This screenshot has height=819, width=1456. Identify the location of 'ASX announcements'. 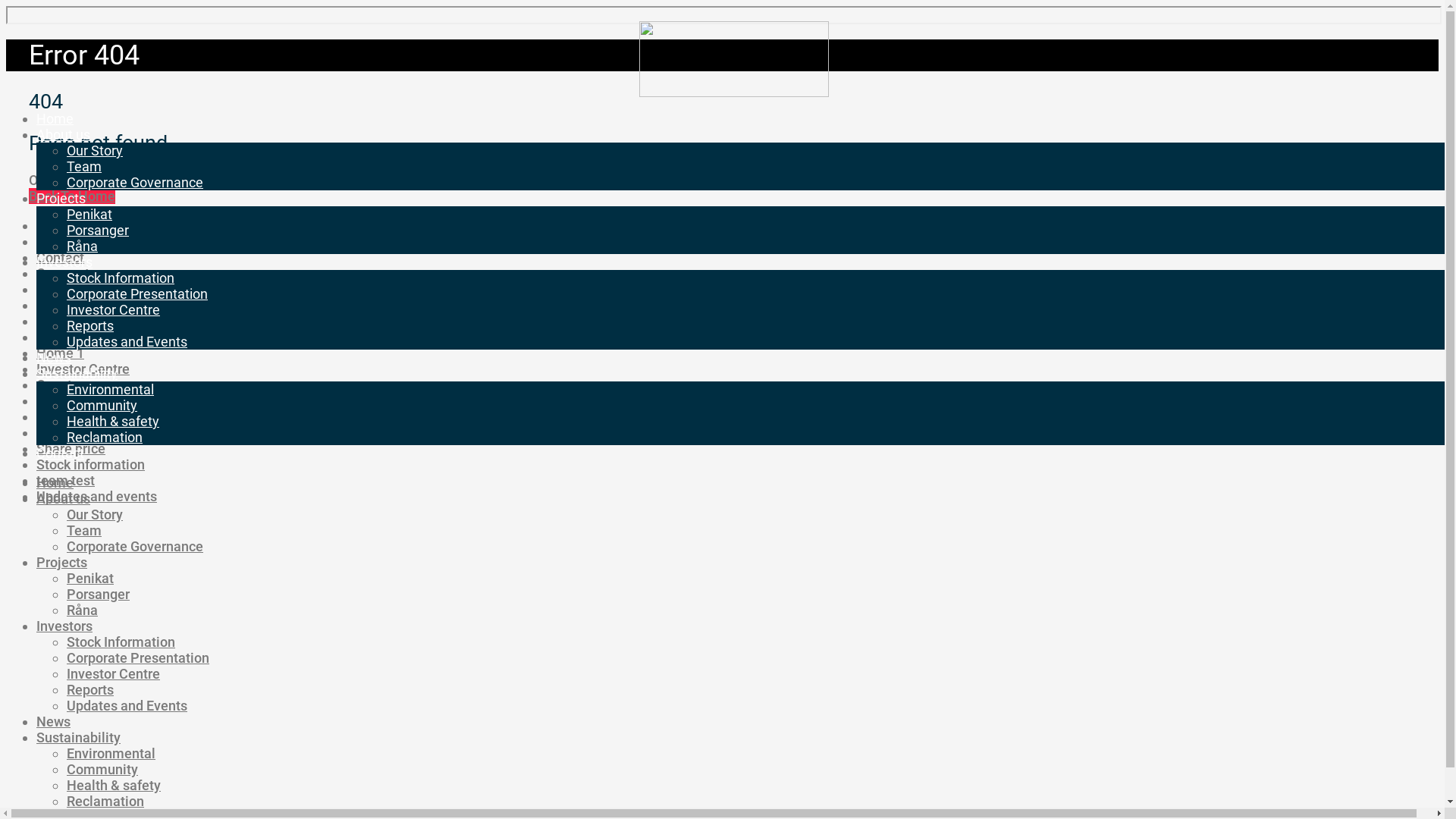
(99, 225).